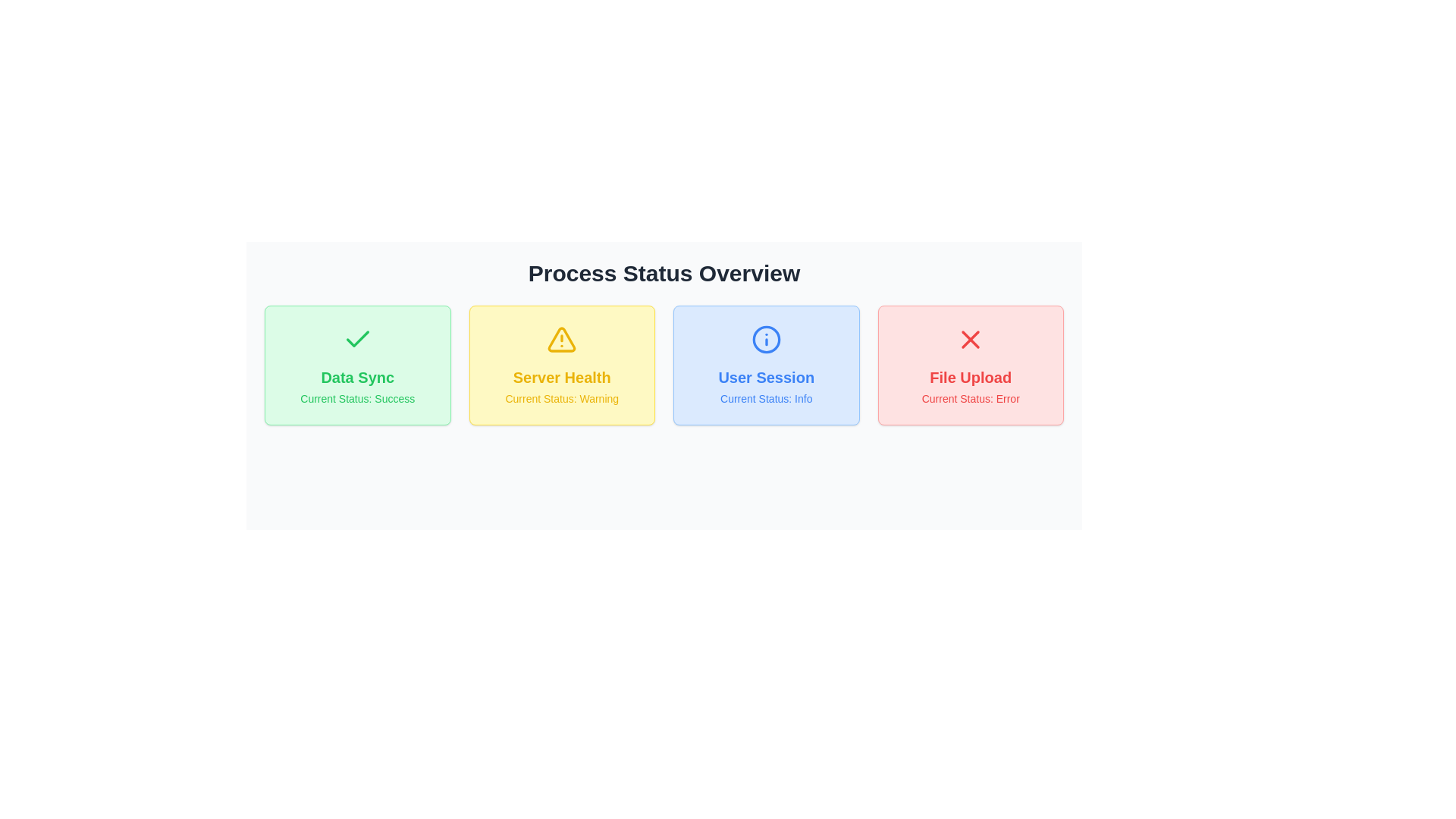 The image size is (1456, 819). What do you see at coordinates (971, 366) in the screenshot?
I see `the 'File Upload' status indication card, which currently shows an error and is positioned as the fourth card in a grid layout` at bounding box center [971, 366].